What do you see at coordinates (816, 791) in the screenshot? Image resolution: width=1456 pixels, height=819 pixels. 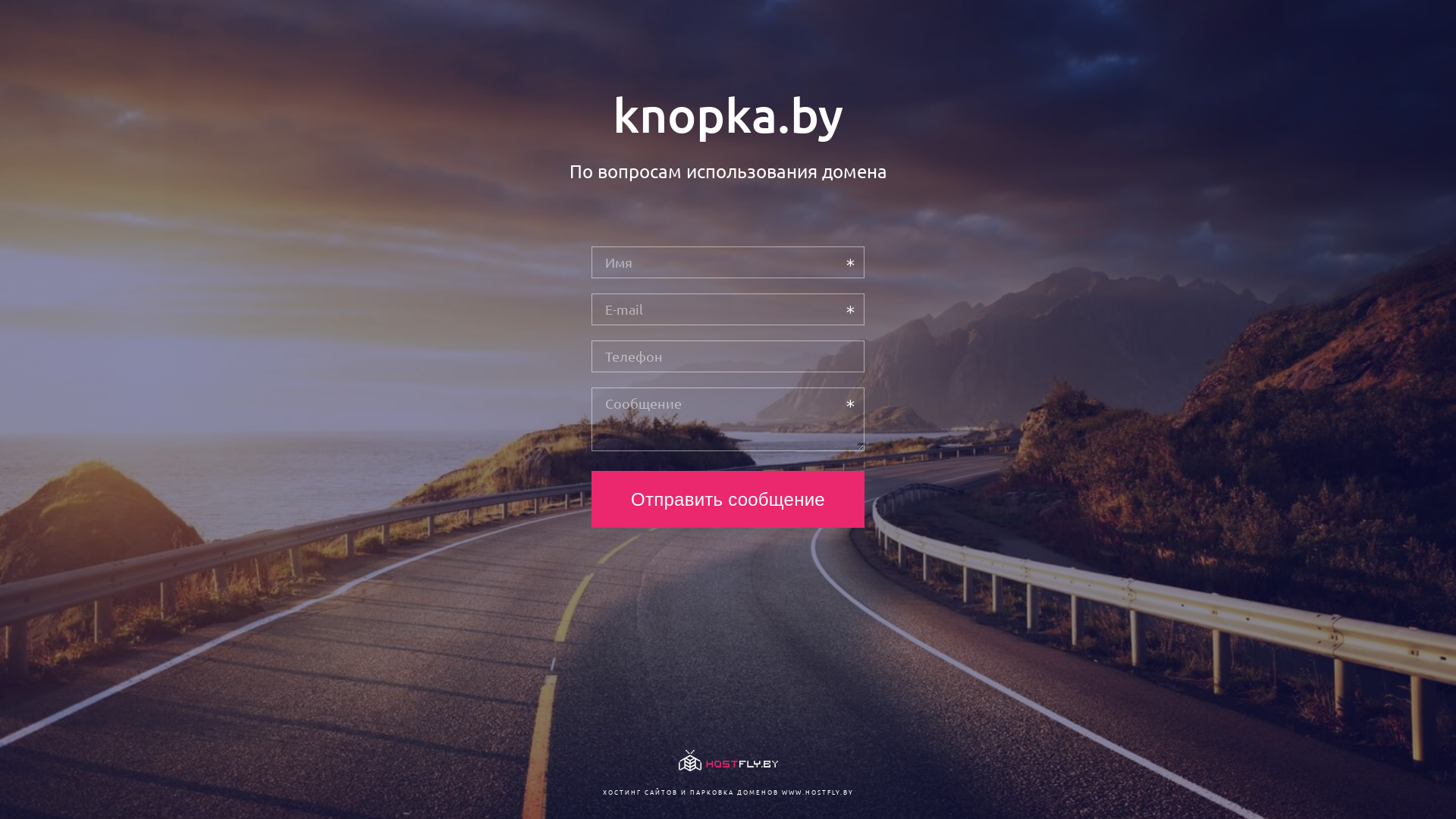 I see `'WWW.HOSTFLY.BY'` at bounding box center [816, 791].